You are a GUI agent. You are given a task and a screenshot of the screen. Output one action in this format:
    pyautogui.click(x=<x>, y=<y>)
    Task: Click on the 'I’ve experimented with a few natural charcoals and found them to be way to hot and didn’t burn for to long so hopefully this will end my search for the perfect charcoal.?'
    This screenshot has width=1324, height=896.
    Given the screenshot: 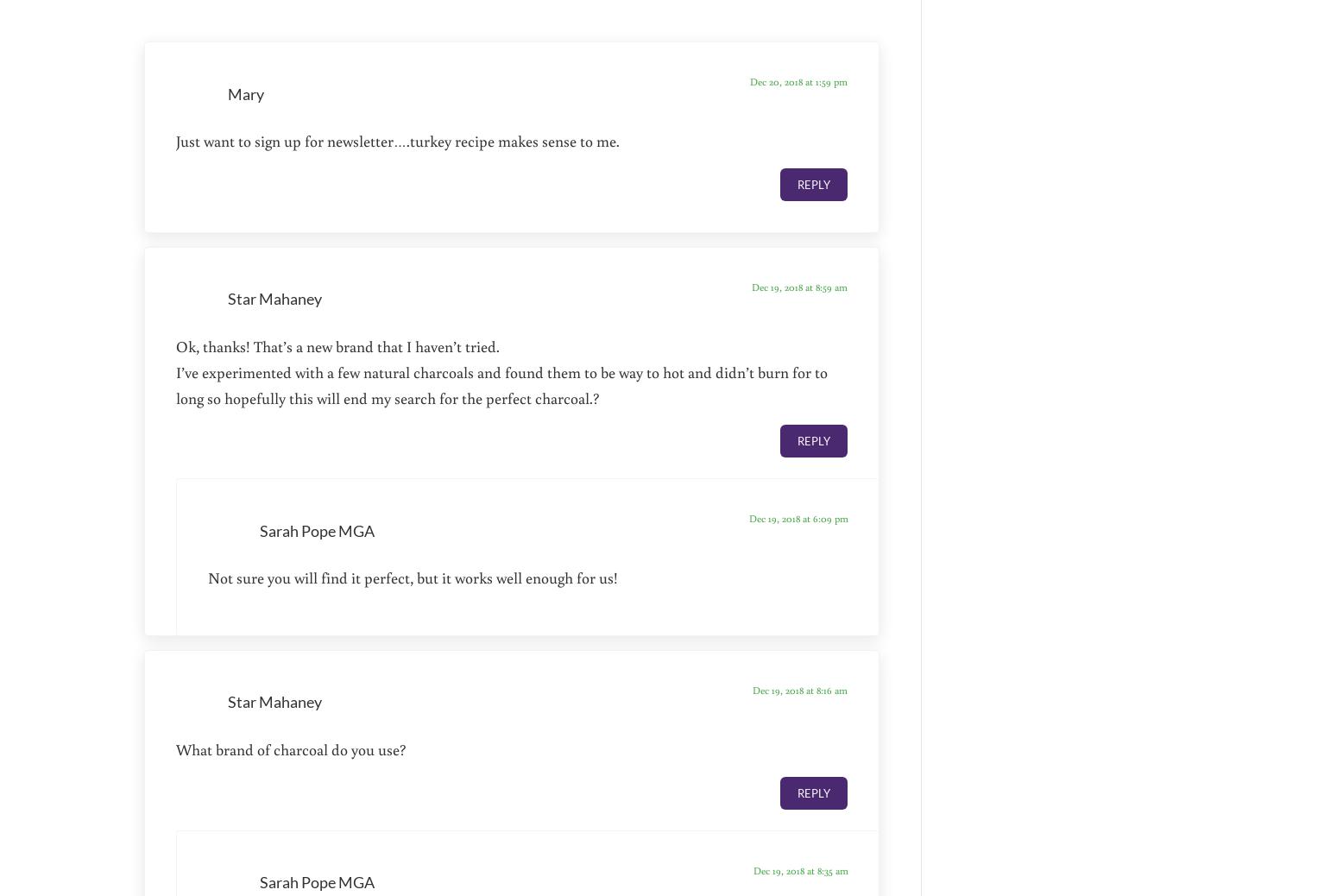 What is the action you would take?
    pyautogui.click(x=501, y=383)
    